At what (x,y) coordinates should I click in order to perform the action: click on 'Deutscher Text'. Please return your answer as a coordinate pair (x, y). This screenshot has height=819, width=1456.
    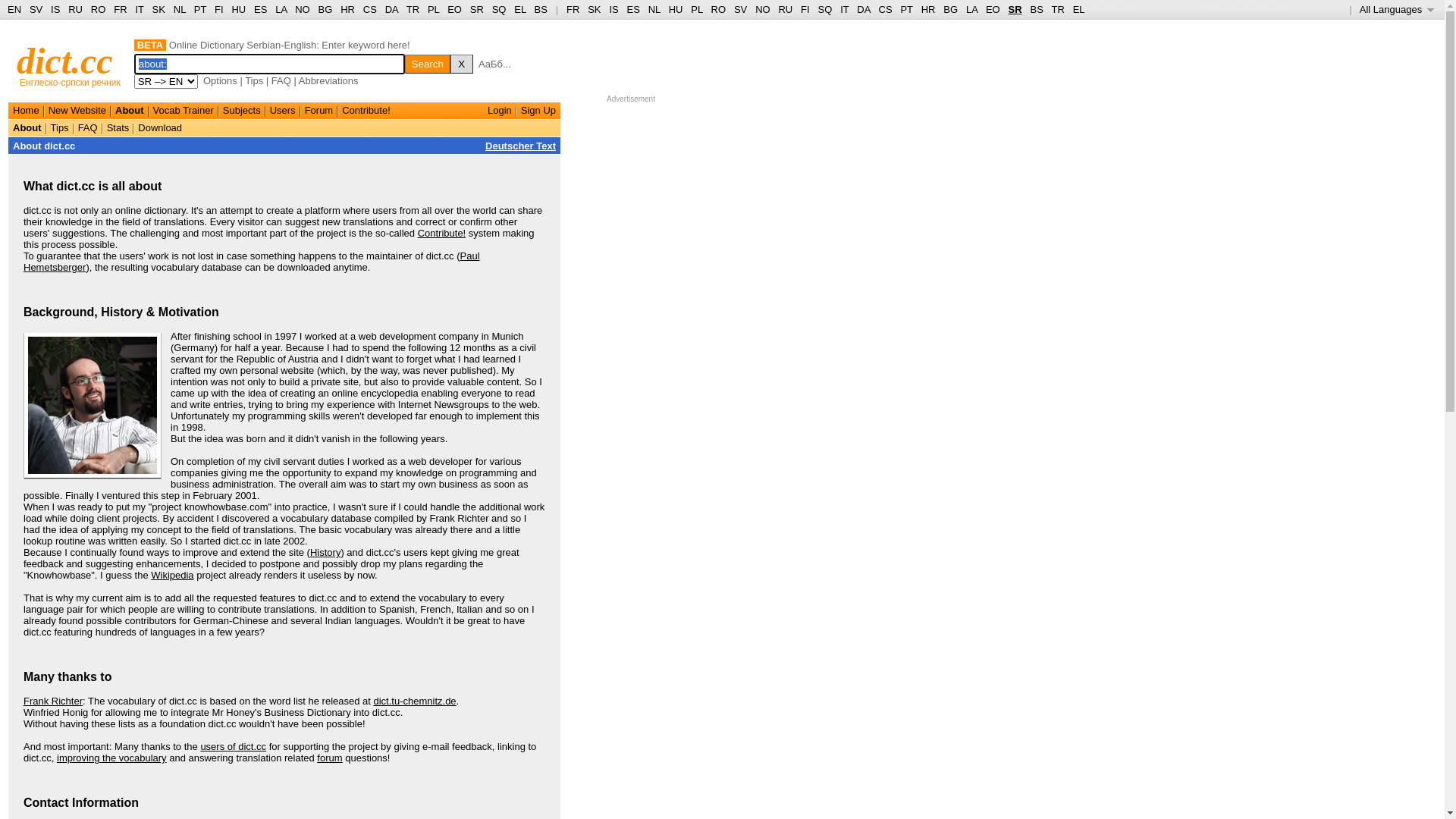
    Looking at the image, I should click on (520, 145).